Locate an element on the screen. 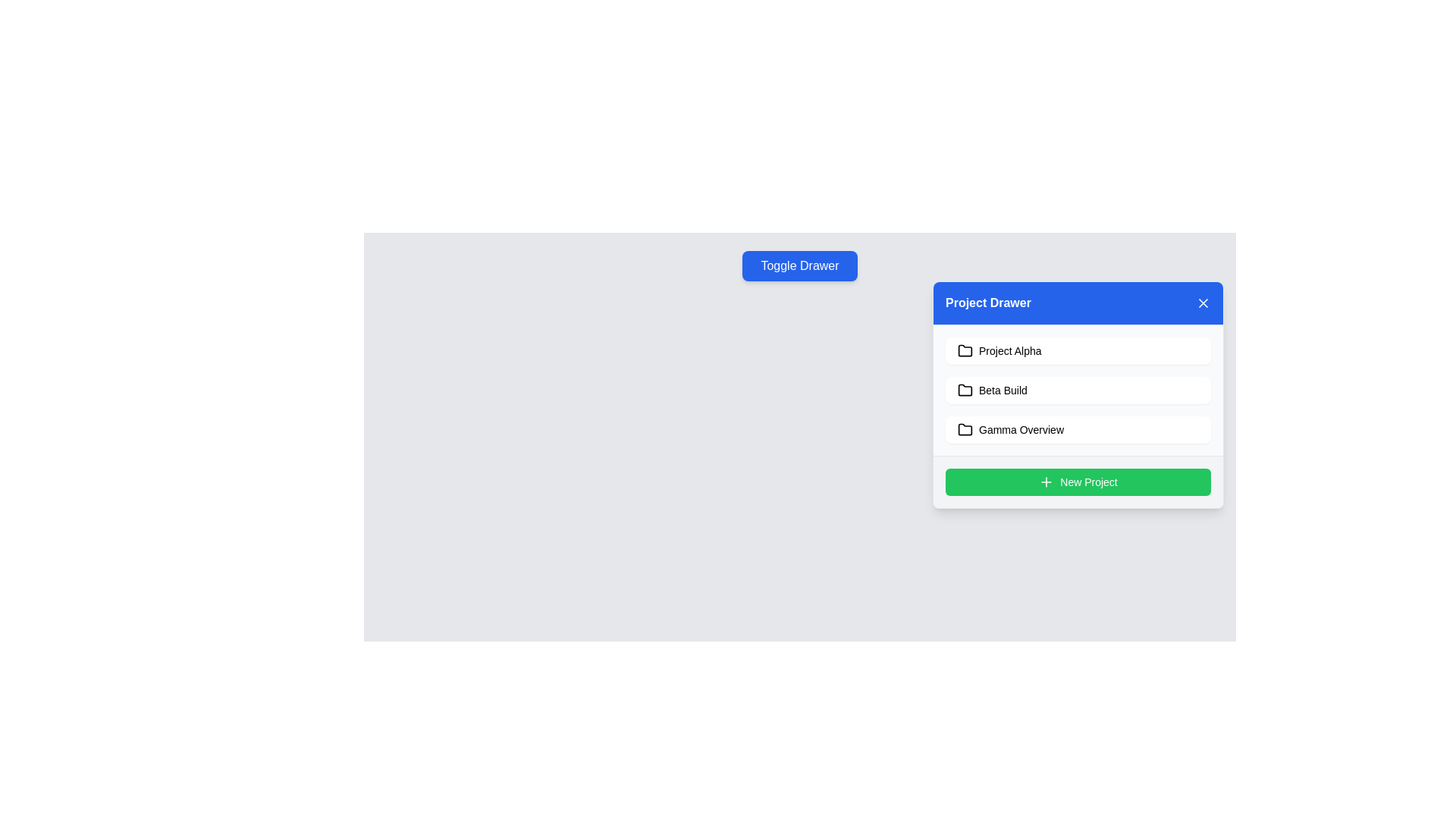 Image resolution: width=1456 pixels, height=819 pixels. the folder icon representing the 'Project Alpha' folder, which is located inside the 'Project Drawer' side panel as the first icon to the left of the 'Project Alpha' text is located at coordinates (964, 350).